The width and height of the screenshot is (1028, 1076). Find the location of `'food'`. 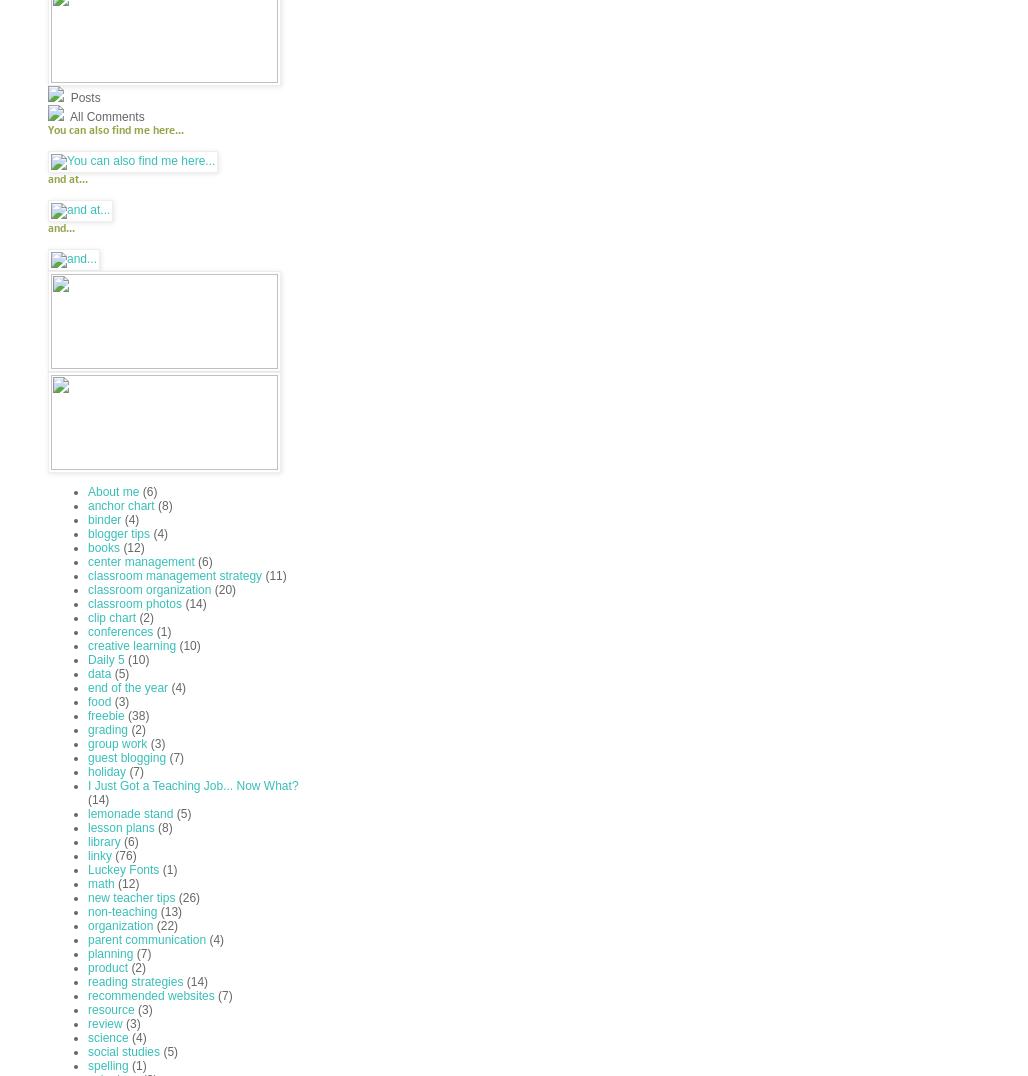

'food' is located at coordinates (86, 701).